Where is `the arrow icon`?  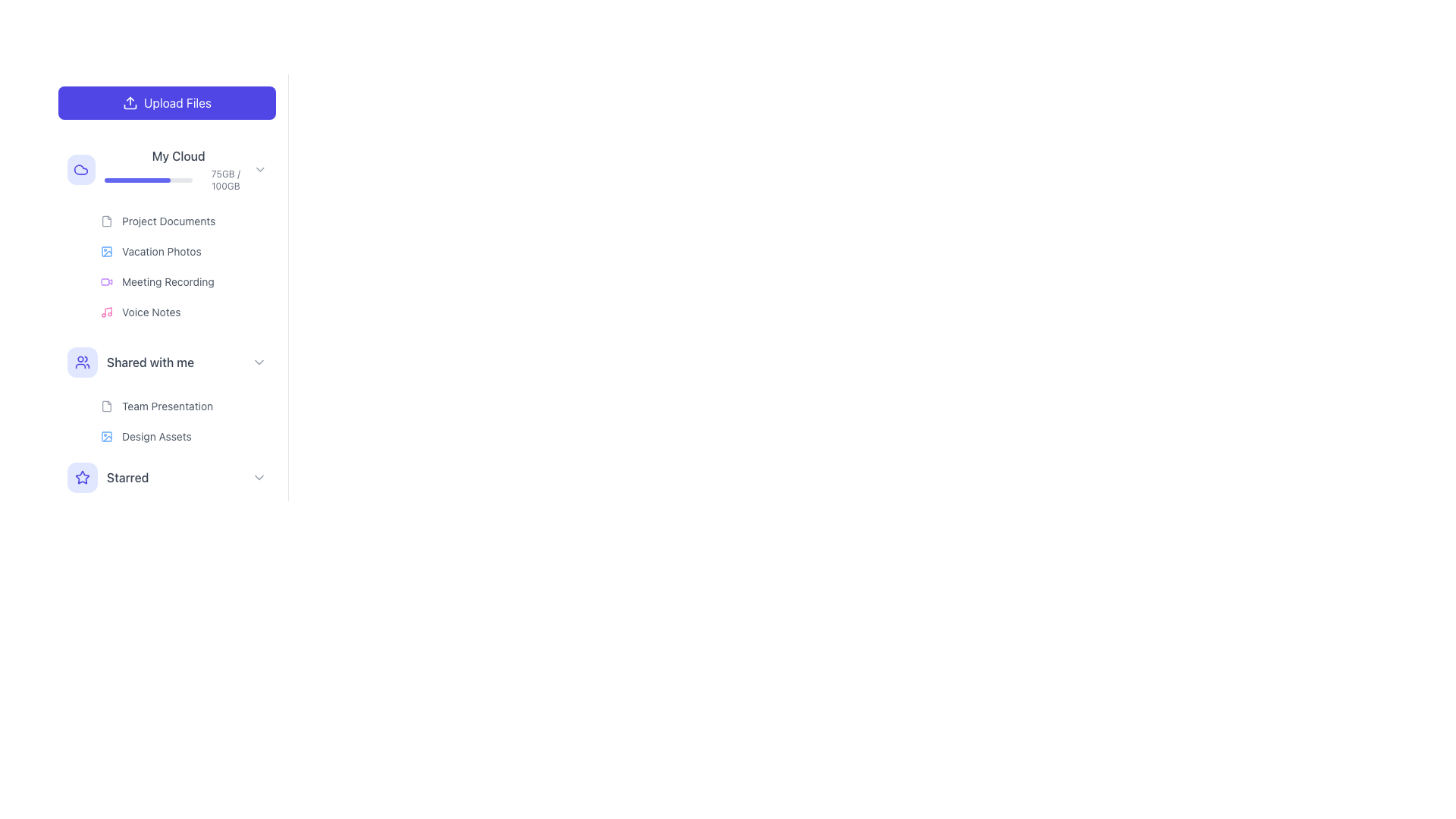 the arrow icon is located at coordinates (259, 476).